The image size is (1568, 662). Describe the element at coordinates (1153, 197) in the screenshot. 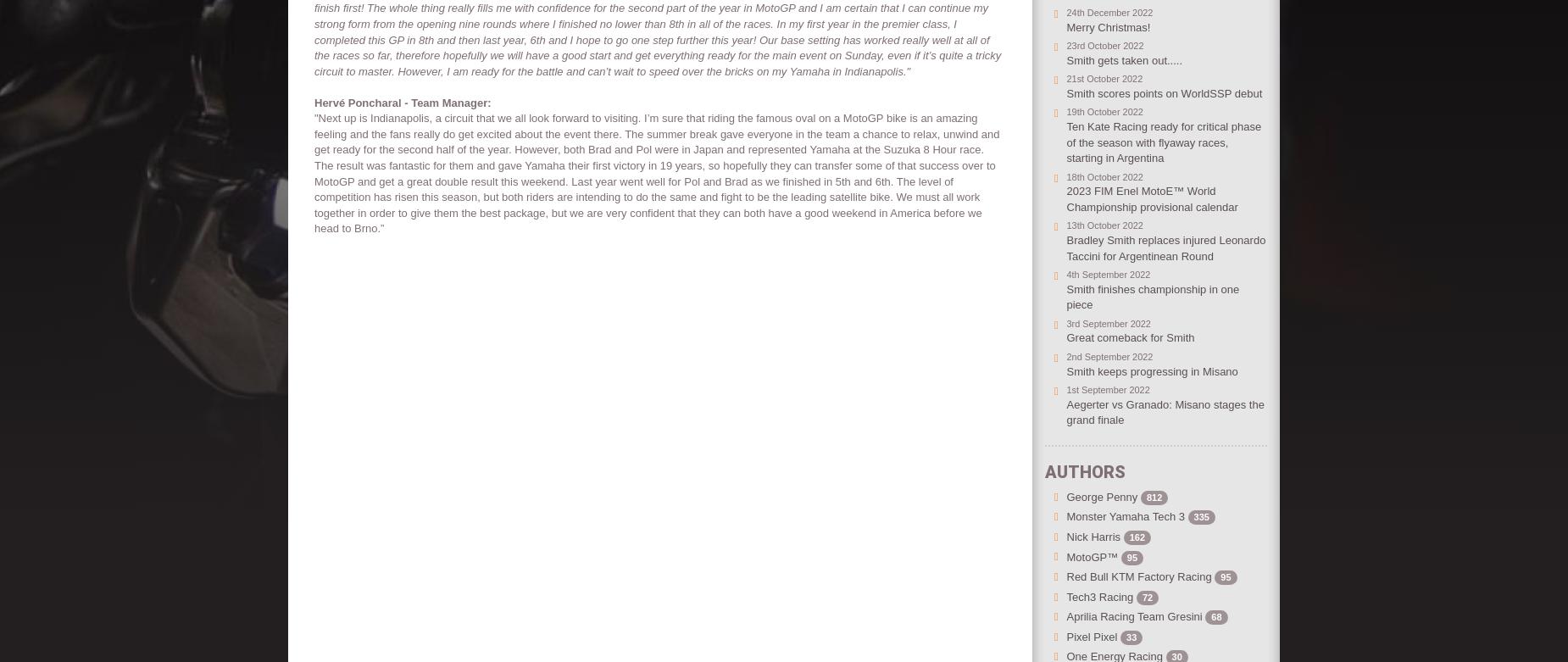

I see `'2023 FIM Enel MotoE™ World Championship provisional calendar'` at that location.